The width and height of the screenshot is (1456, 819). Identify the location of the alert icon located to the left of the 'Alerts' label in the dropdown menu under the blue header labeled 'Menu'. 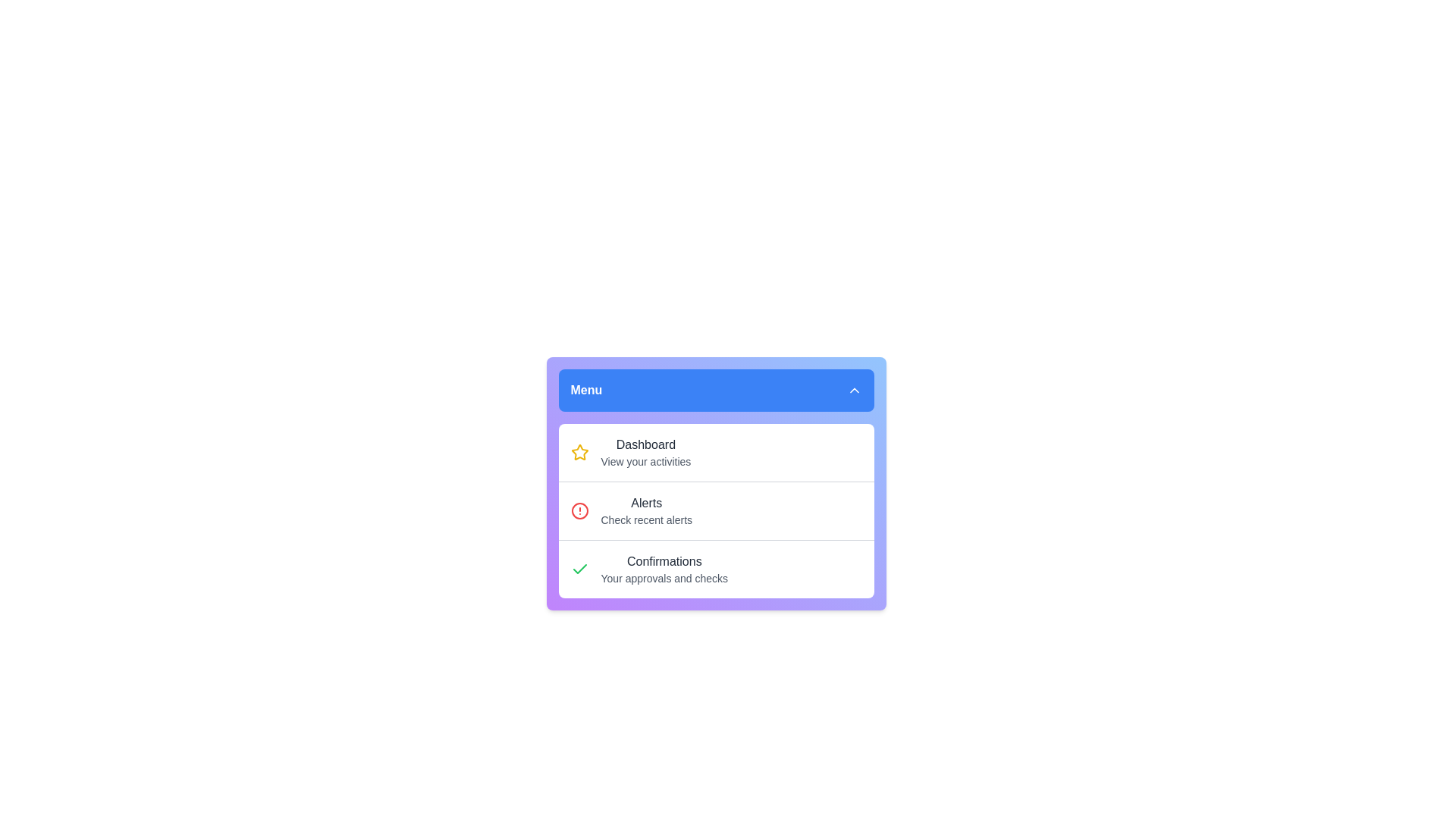
(579, 511).